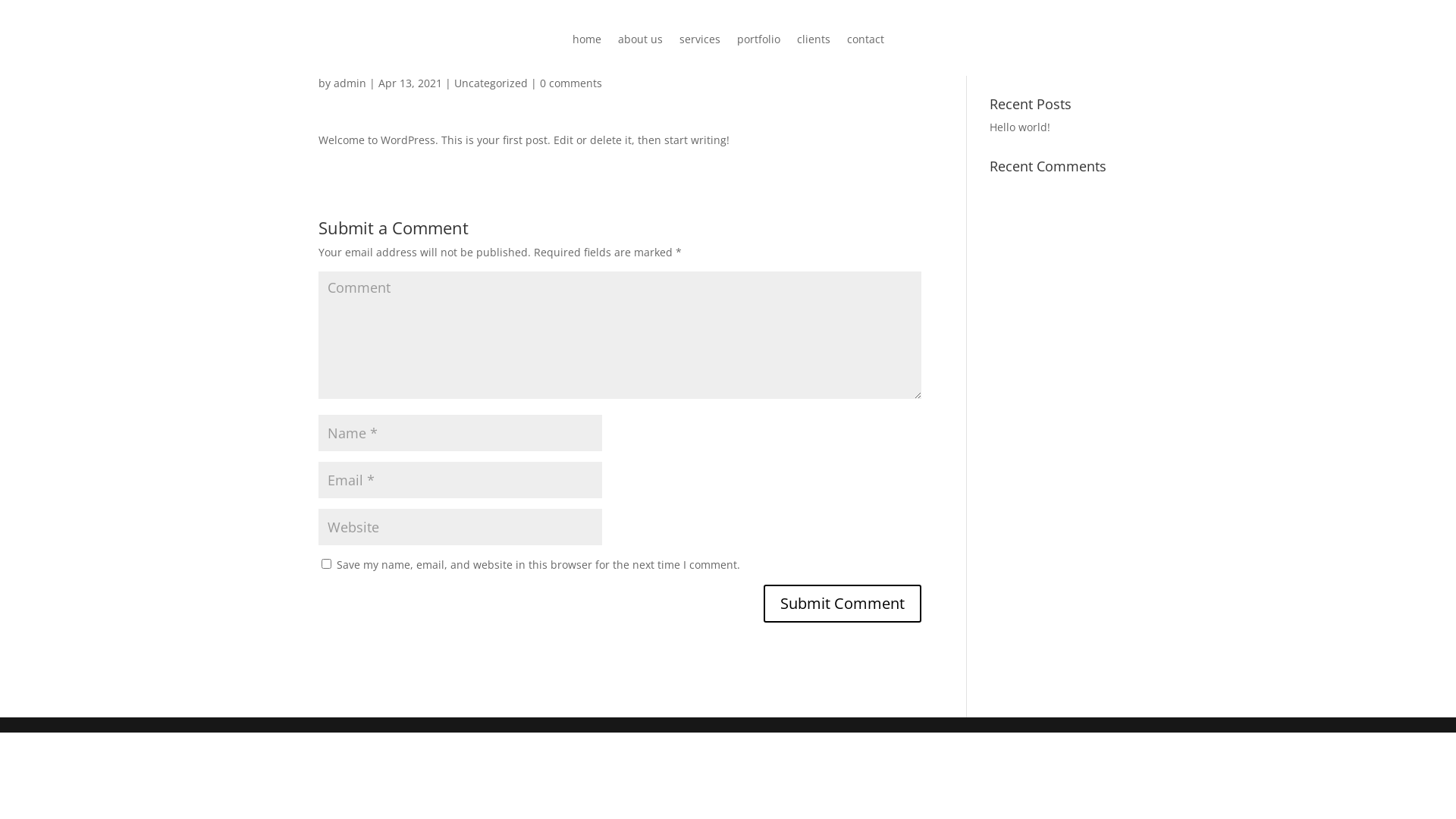 This screenshot has width=1456, height=819. What do you see at coordinates (1110, 58) in the screenshot?
I see `'Search'` at bounding box center [1110, 58].